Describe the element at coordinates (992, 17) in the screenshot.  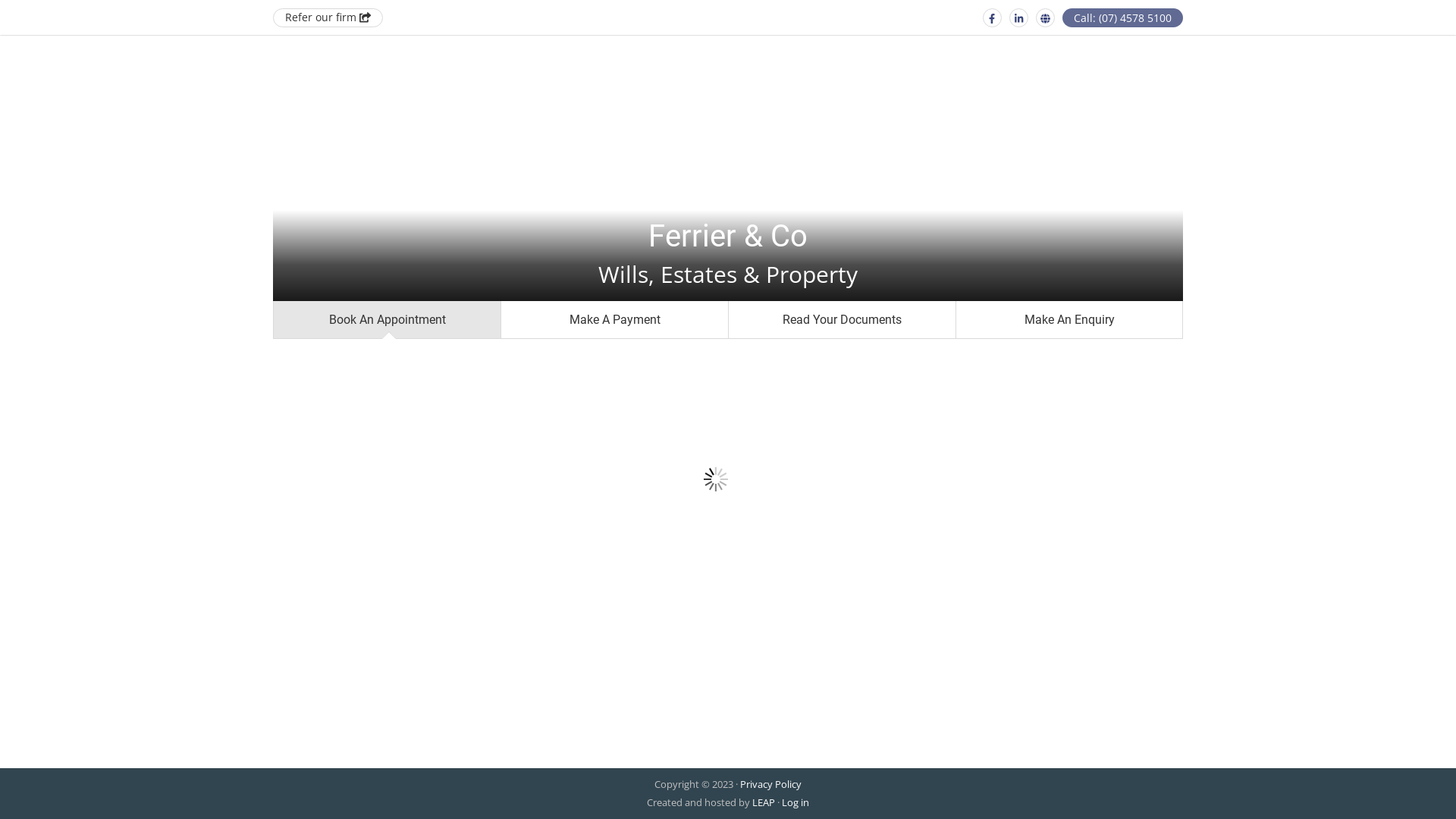
I see `'Facebook'` at that location.